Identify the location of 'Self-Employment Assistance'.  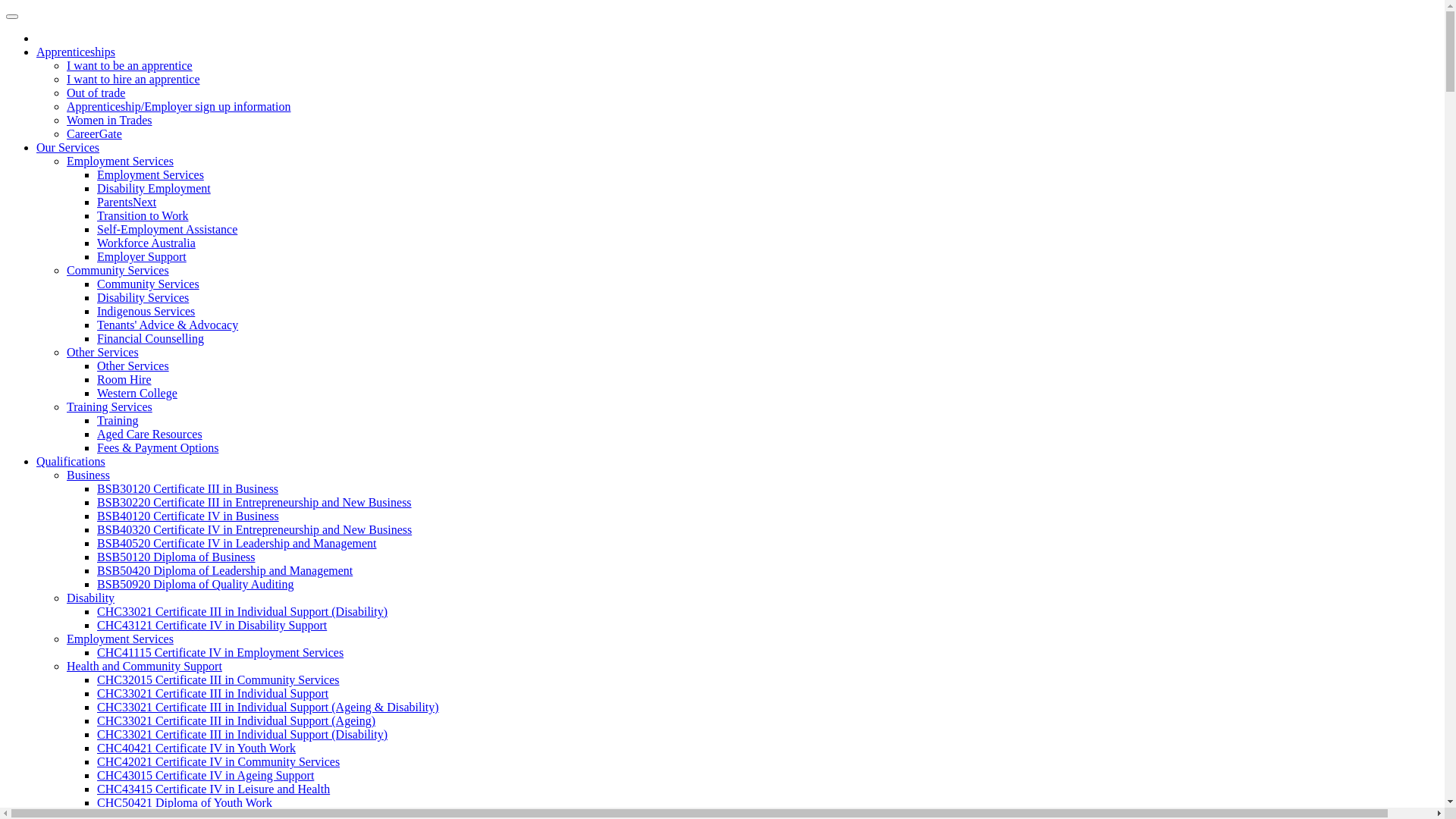
(96, 229).